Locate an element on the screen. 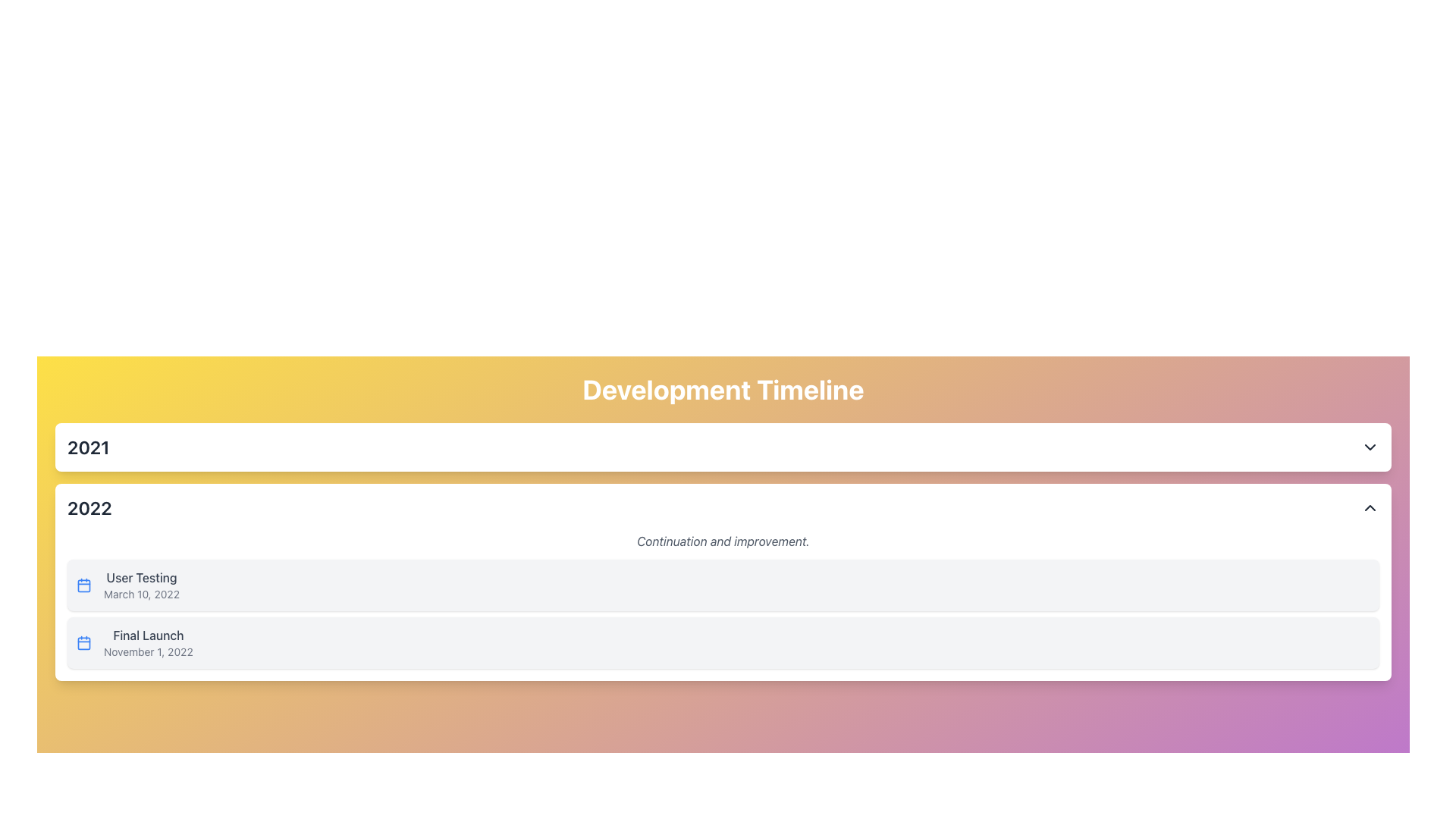 This screenshot has height=819, width=1456. the static text indicating the year 2022 in the timeline interface is located at coordinates (89, 508).